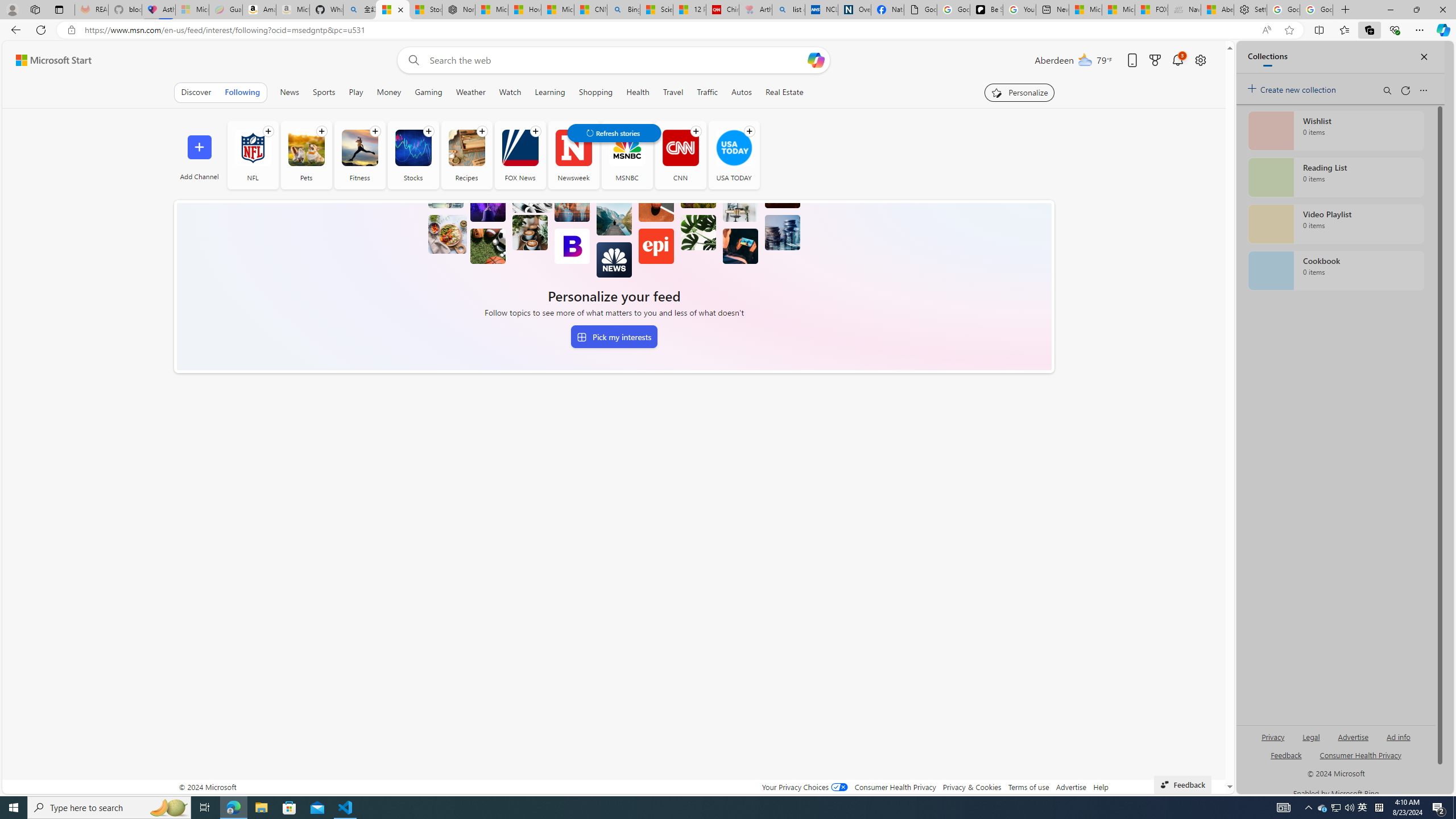  I want to click on 'Recipes', so click(466, 147).